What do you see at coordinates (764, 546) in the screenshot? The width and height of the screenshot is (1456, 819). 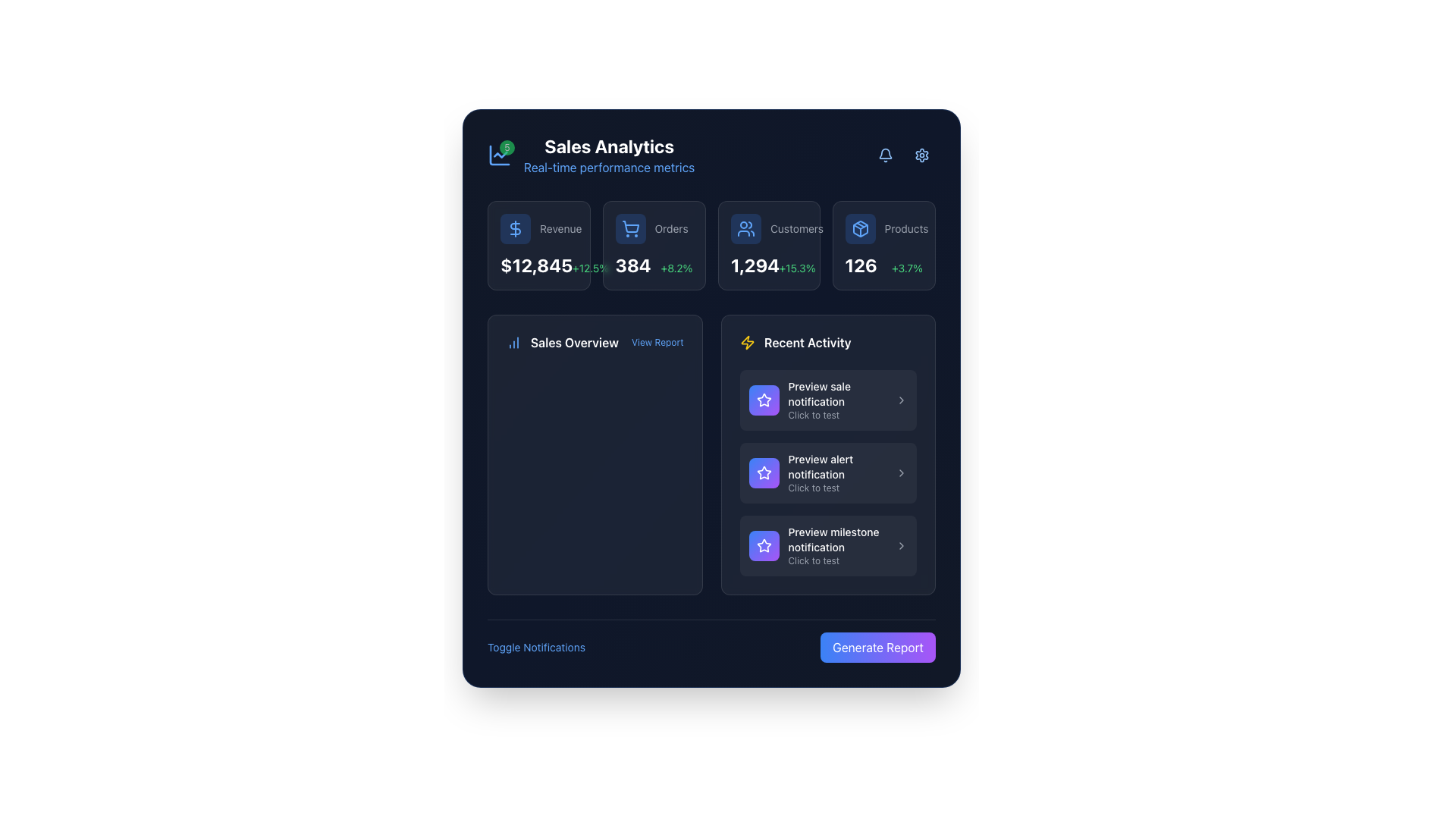 I see `the centered star icon inside the circular button located in the third item of the 'Recent Activity' section on the analytics dashboard, adjacent to the label 'Preview milestone notification'` at bounding box center [764, 546].